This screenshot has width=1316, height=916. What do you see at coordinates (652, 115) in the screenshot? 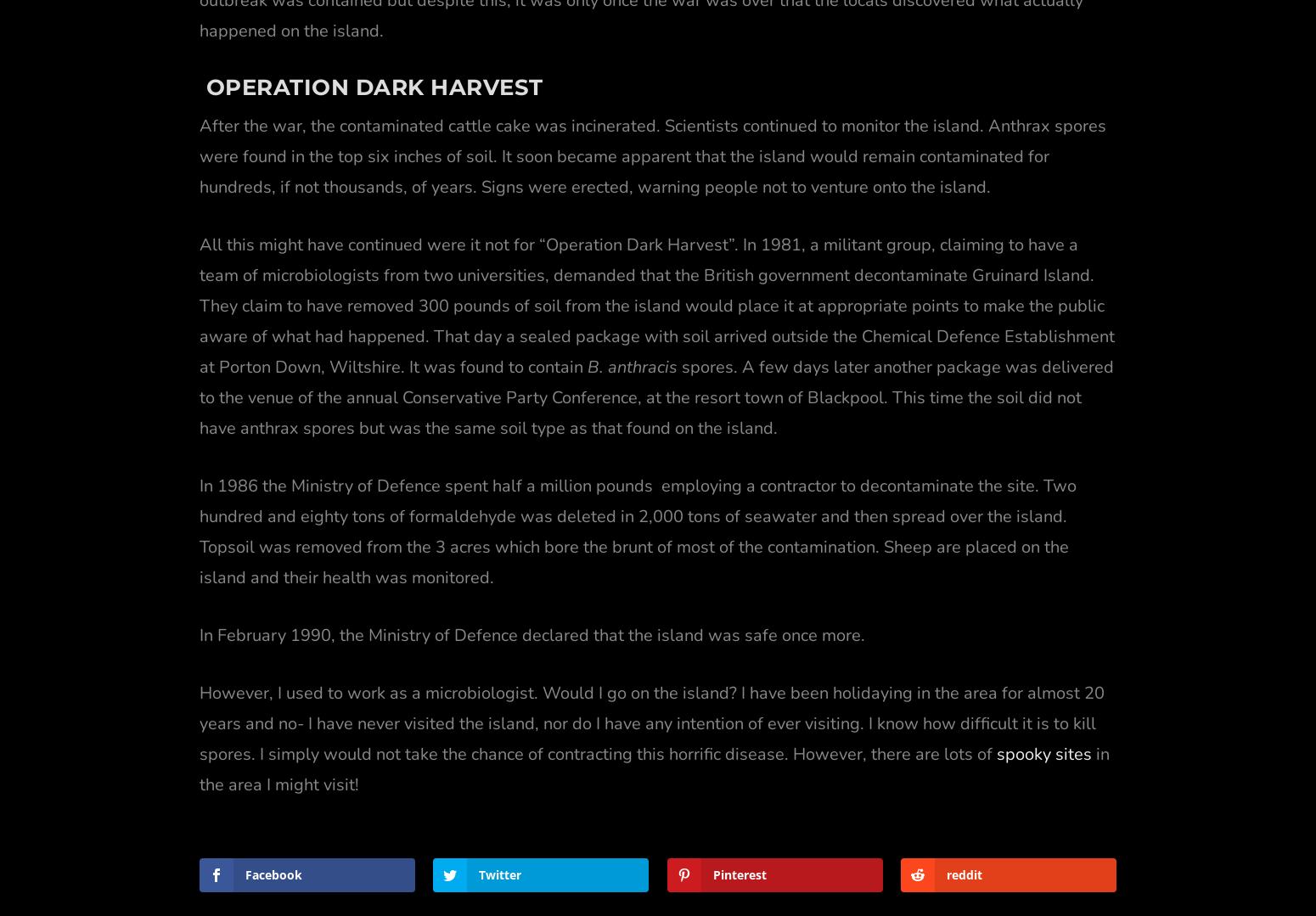
I see `'After the war, the contaminated cattle cake was incinerated. Scientists continued to monitor the island. Anthrax spores were found in the top six inches of soil. It soon became apparent that the island would remain contaminated for hundreds, if not thousands, of years. Signs were erected, warning people not to venture onto the island.'` at bounding box center [652, 115].